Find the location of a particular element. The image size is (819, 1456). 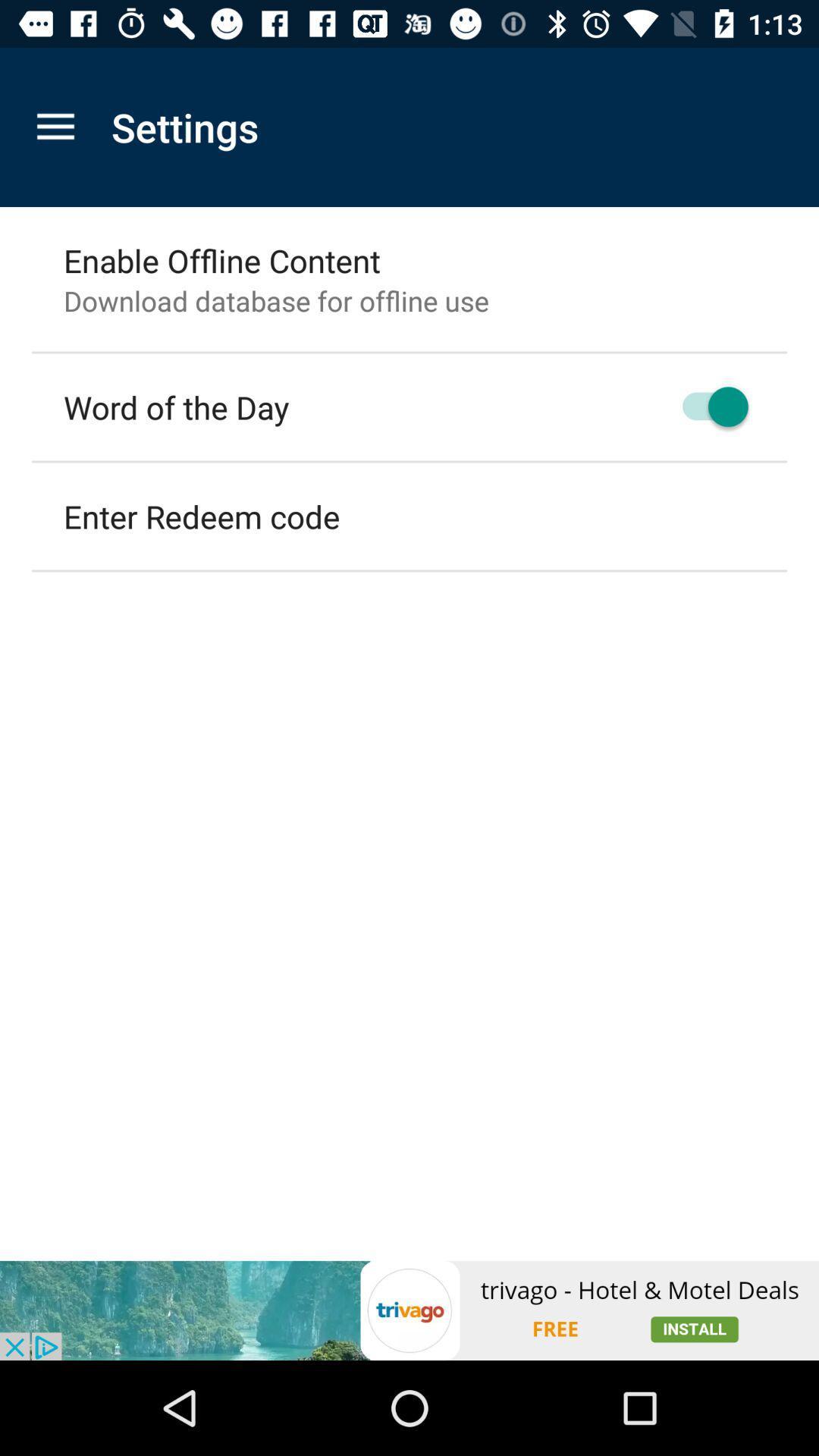

advertisement is located at coordinates (409, 1310).